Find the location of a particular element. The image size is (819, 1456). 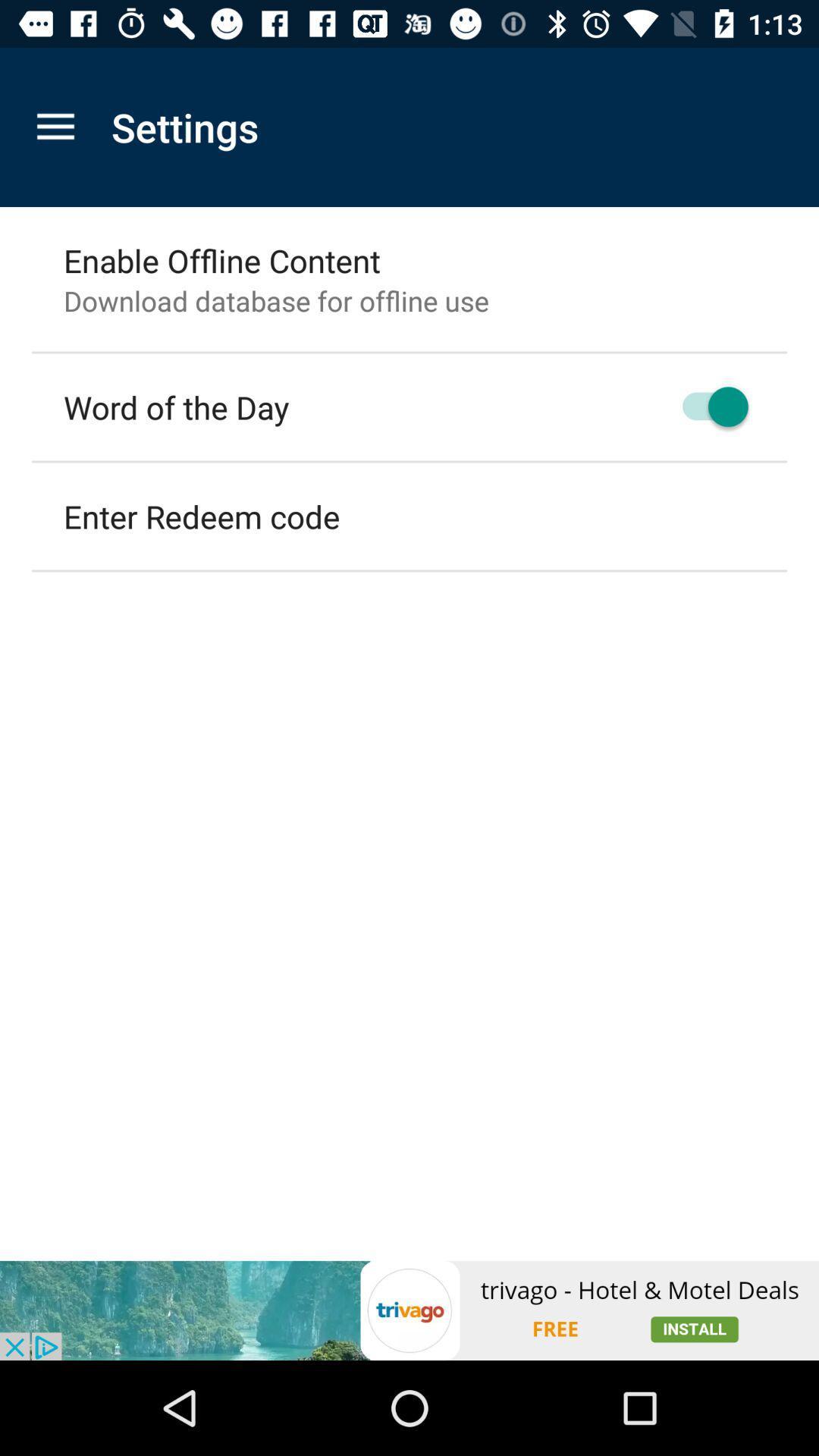

advertisement is located at coordinates (409, 1310).